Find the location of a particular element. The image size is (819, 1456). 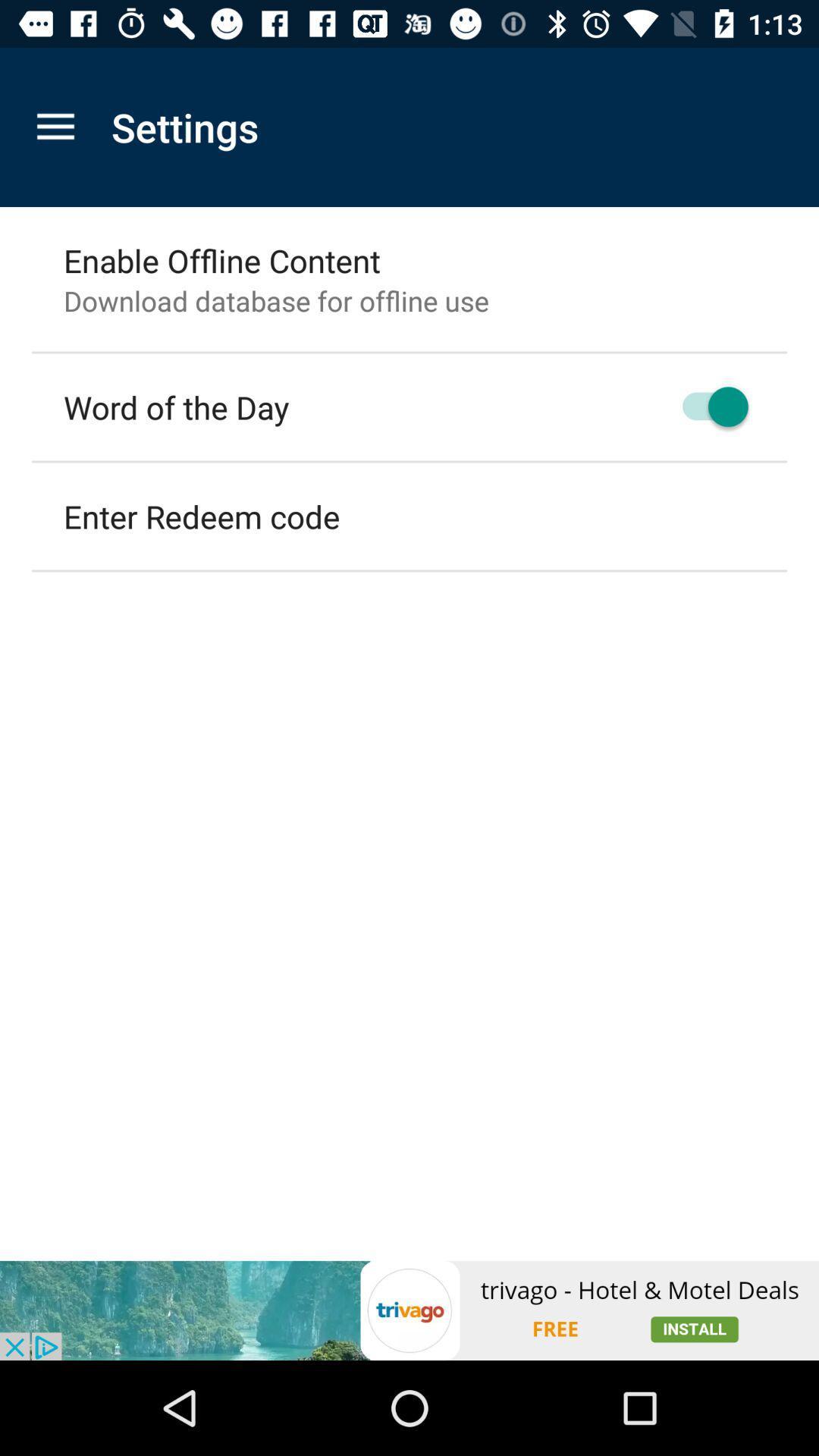

advertisement is located at coordinates (409, 1310).